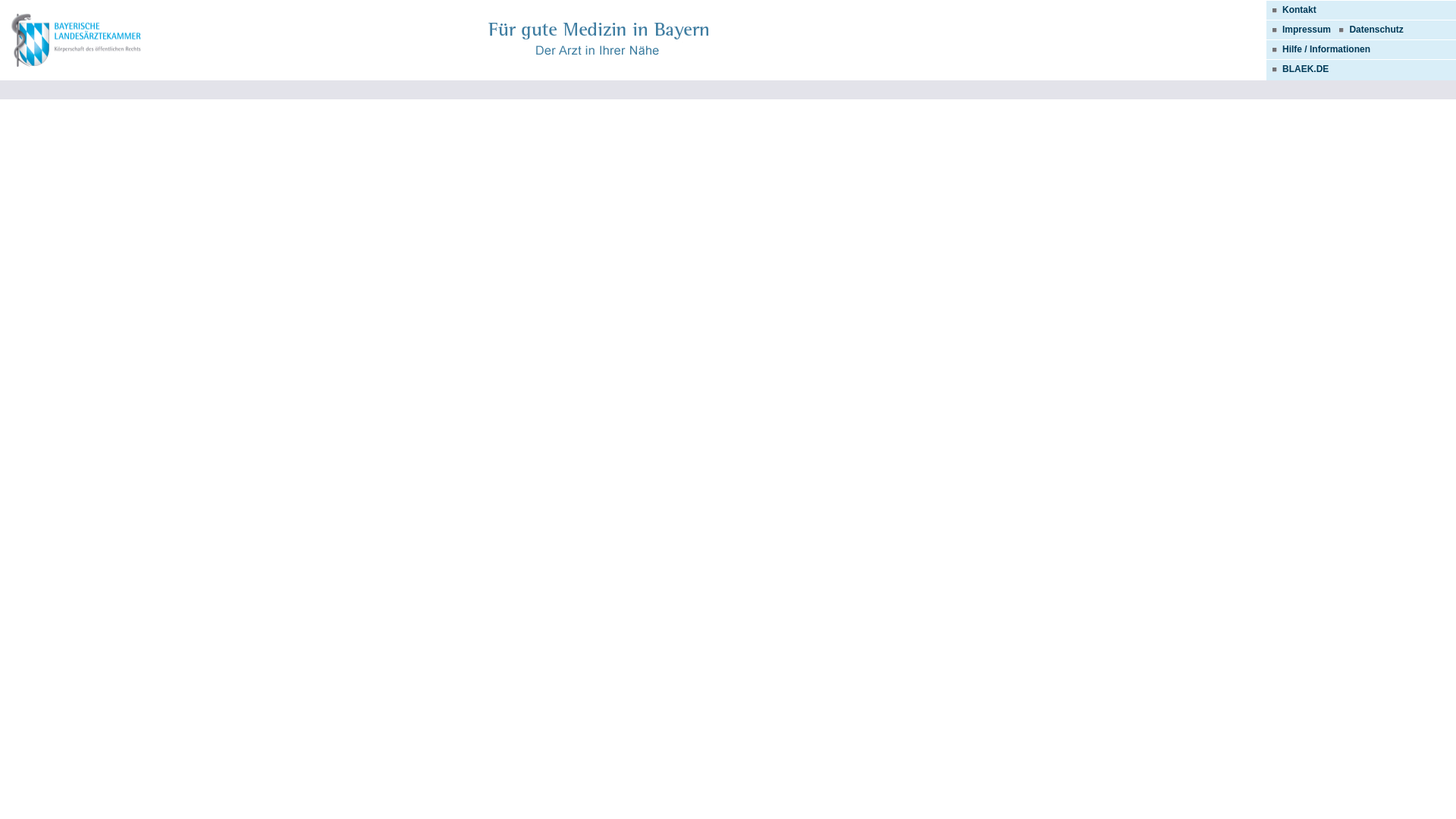 This screenshot has height=819, width=1456. I want to click on 'Kontakt', so click(1291, 9).